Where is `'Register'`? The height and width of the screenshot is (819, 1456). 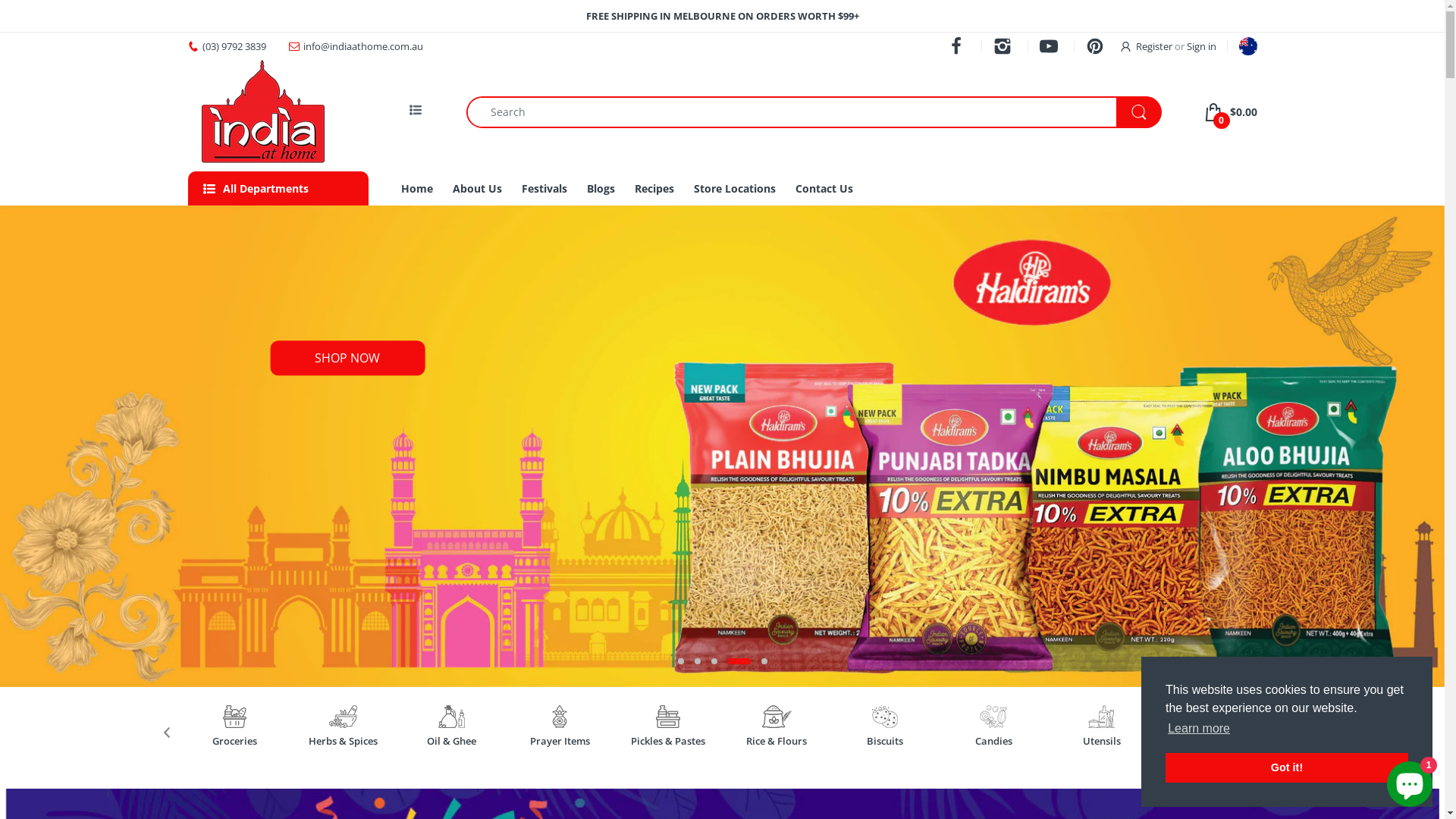
'Register' is located at coordinates (1147, 45).